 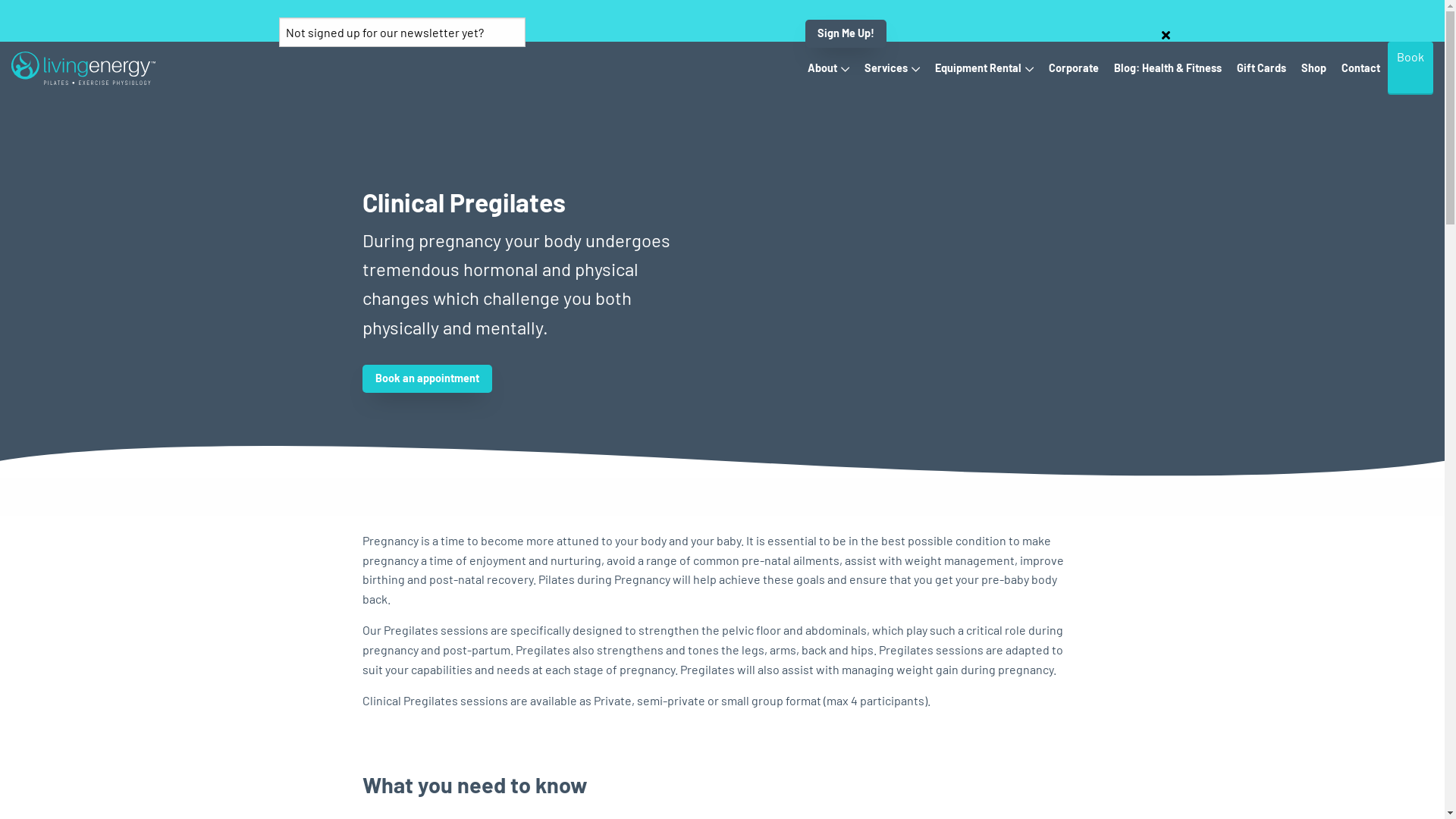 I want to click on 'Blog: Health & Fitness', so click(x=1167, y=67).